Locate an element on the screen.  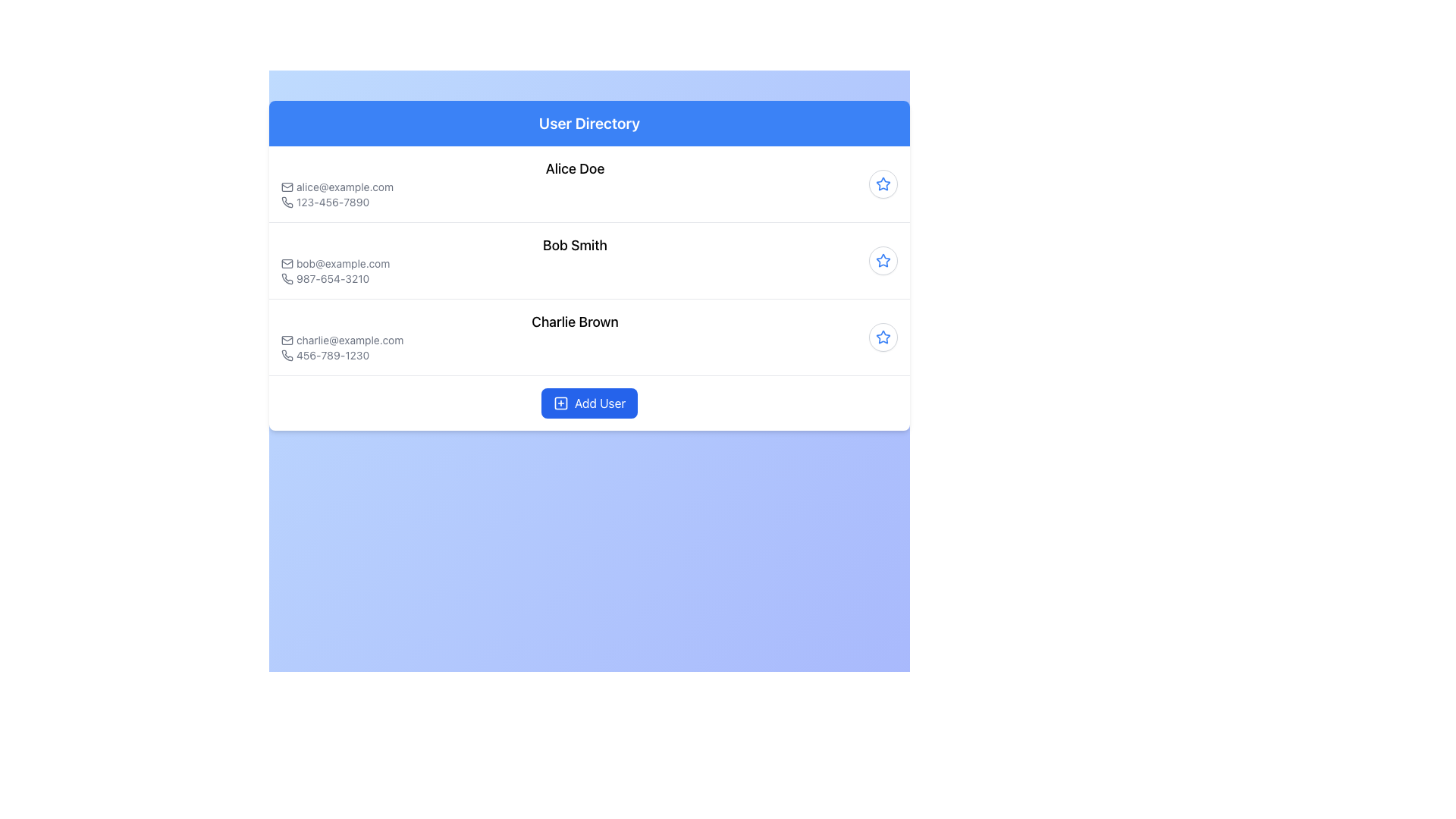
the button located at the right end of the row containing the contact information for 'Bob Smith', next to '987-654-3210' is located at coordinates (883, 259).